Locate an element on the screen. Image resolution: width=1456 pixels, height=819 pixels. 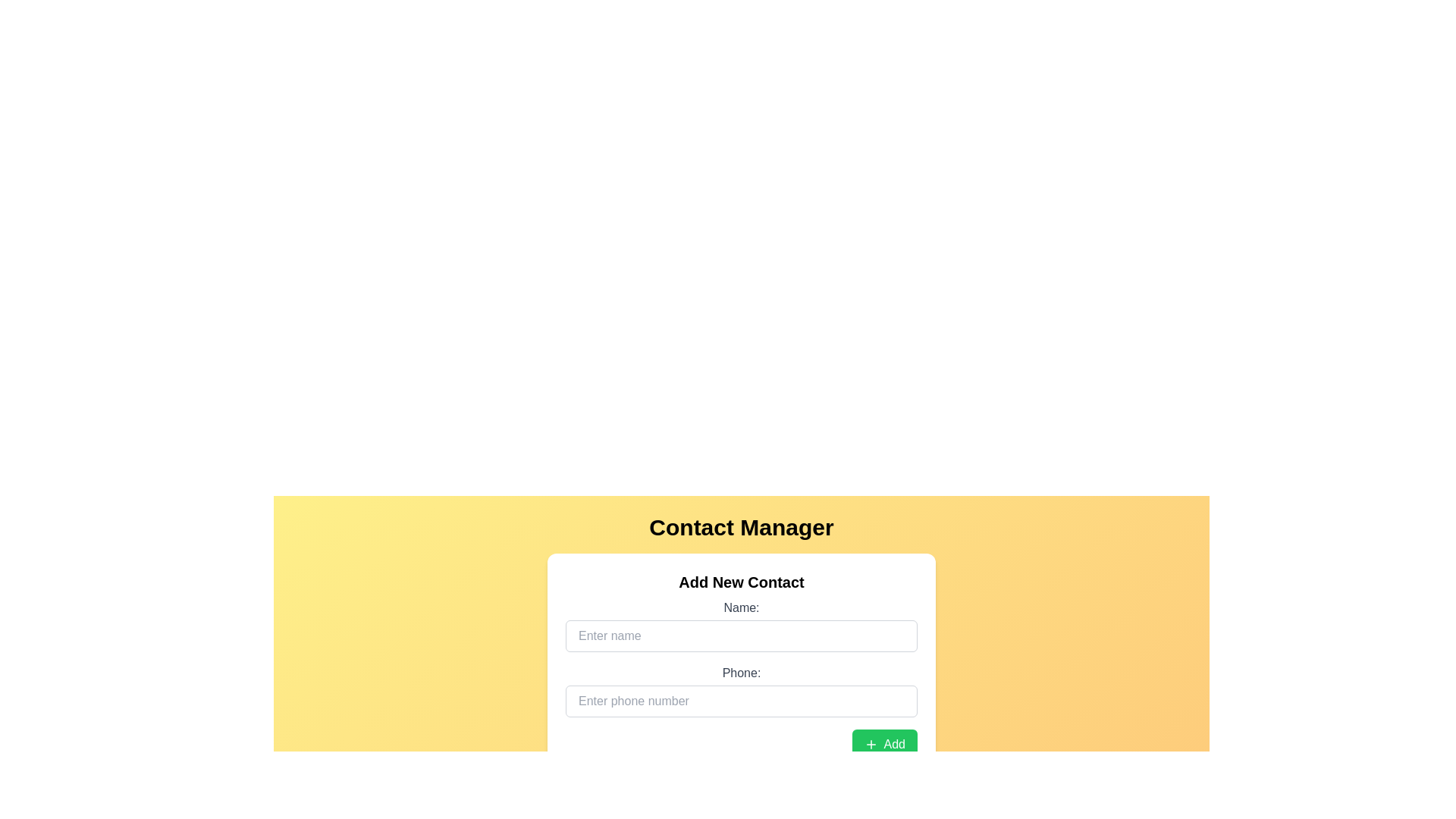
the text header labeled 'Add New Contact', which is styled in bold, large font and is centered near the top of the form with a white background and rounded corners is located at coordinates (742, 581).